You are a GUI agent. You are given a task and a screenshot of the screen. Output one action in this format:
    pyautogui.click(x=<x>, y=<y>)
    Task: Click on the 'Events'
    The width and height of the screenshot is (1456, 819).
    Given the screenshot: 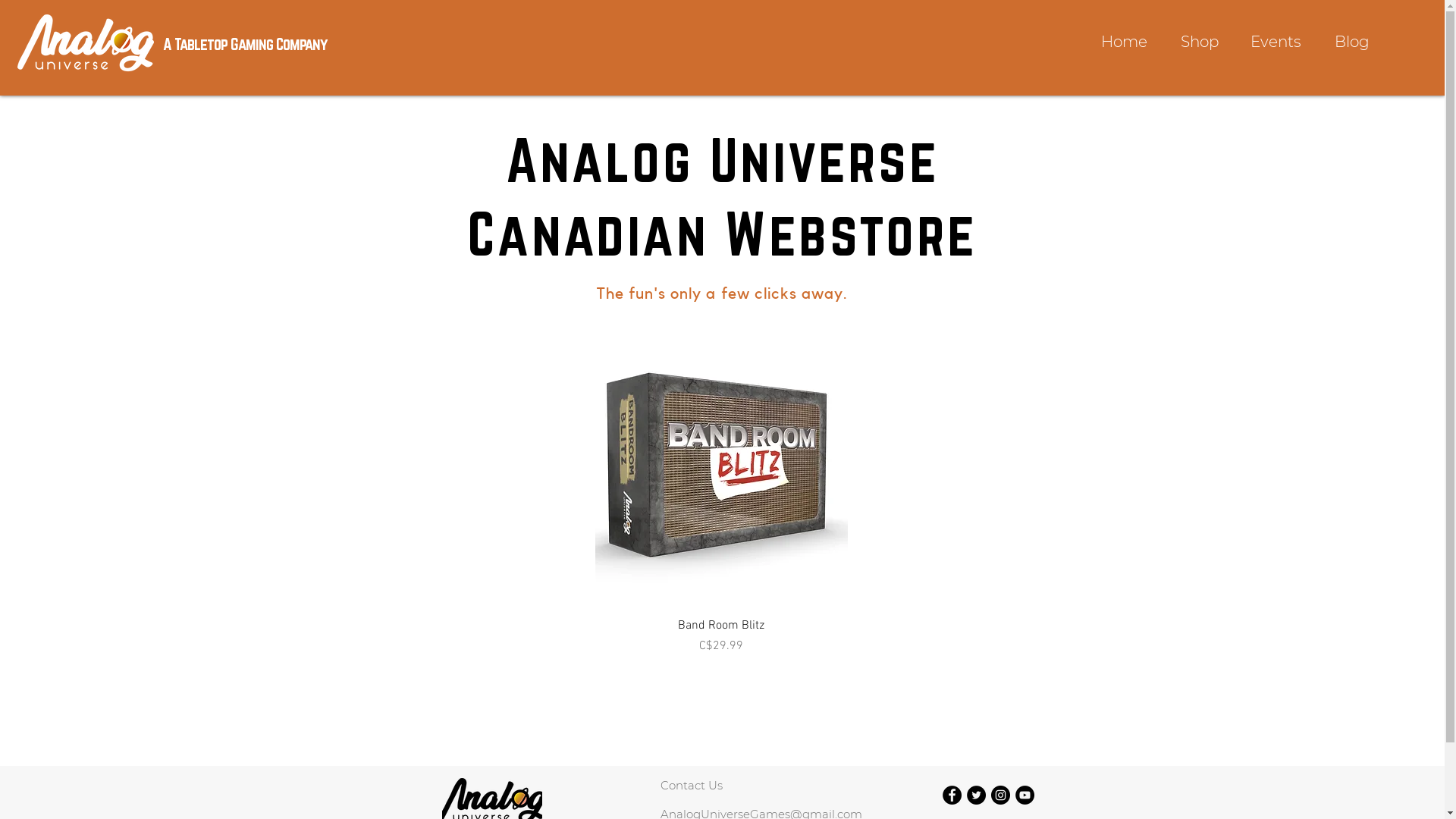 What is the action you would take?
    pyautogui.click(x=1275, y=42)
    